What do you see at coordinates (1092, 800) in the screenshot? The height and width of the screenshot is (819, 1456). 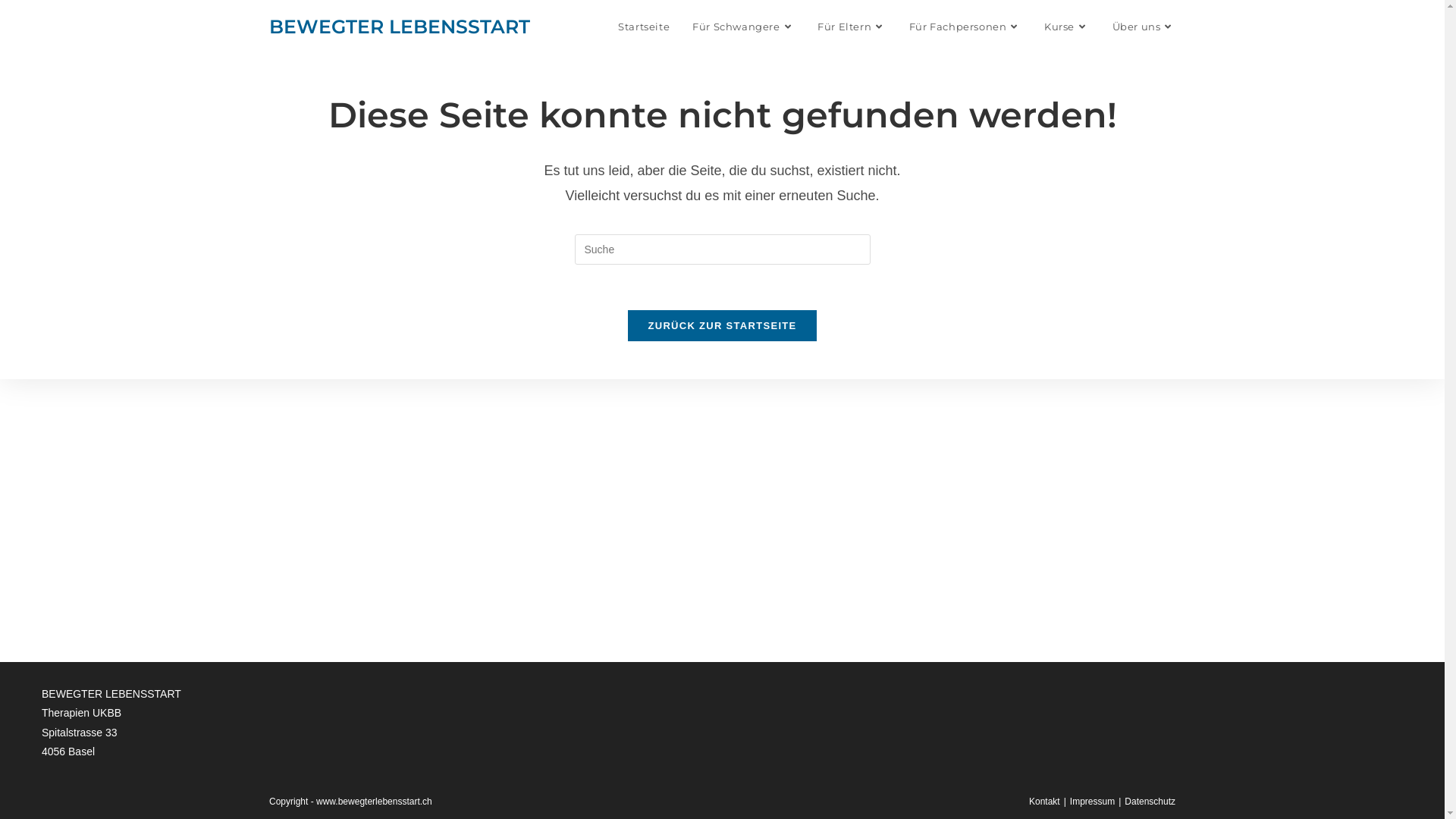 I see `'Impressum'` at bounding box center [1092, 800].